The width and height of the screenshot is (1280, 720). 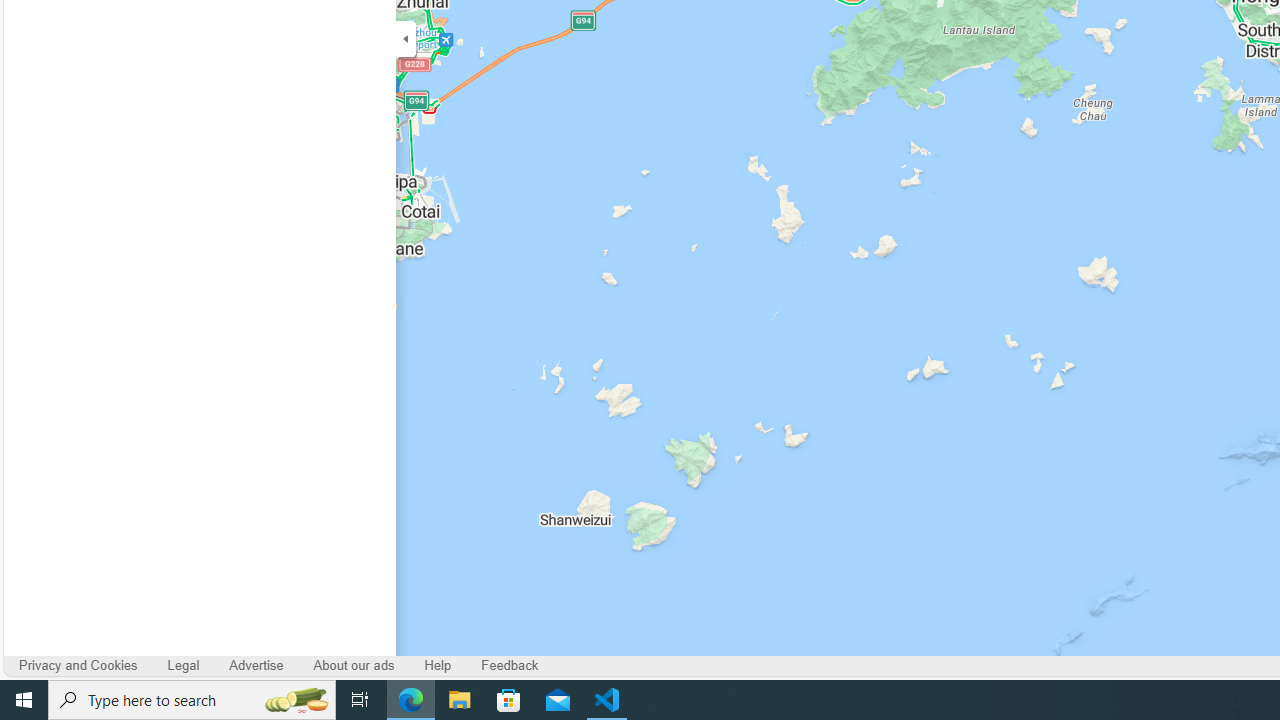 I want to click on 'Privacy and Cookies', so click(x=78, y=666).